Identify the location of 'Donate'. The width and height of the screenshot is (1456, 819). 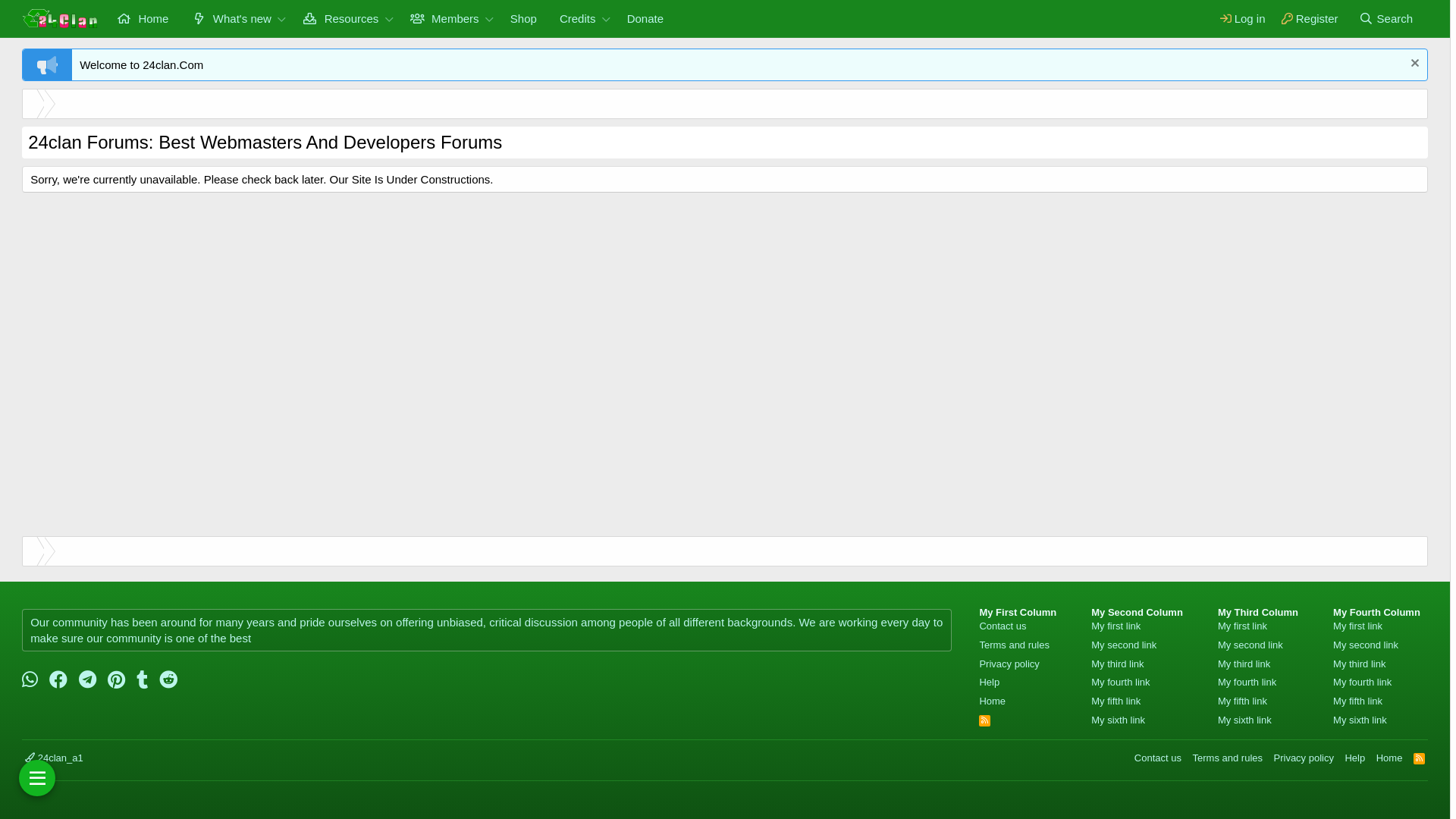
(645, 18).